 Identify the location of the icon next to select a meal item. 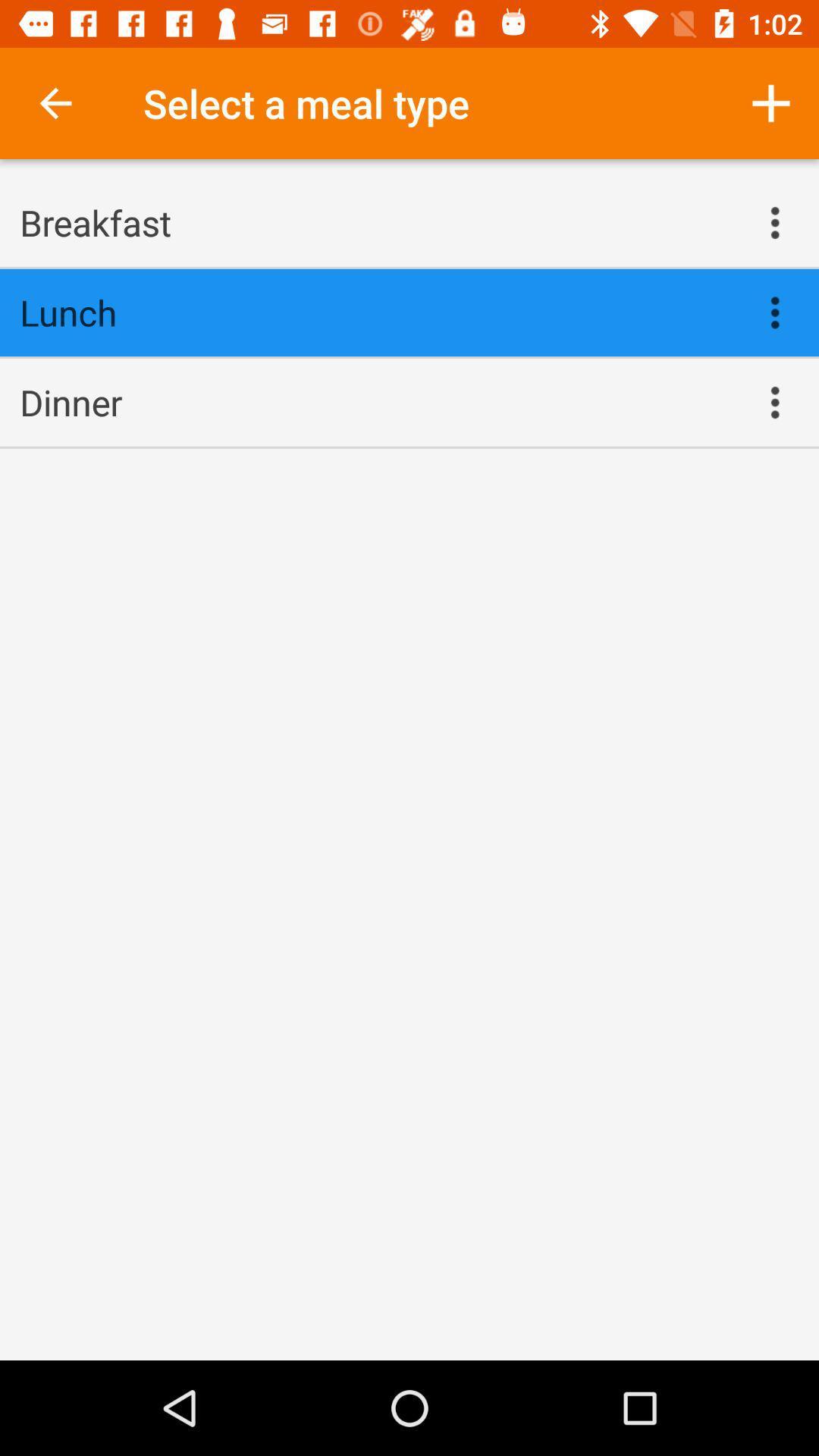
(55, 102).